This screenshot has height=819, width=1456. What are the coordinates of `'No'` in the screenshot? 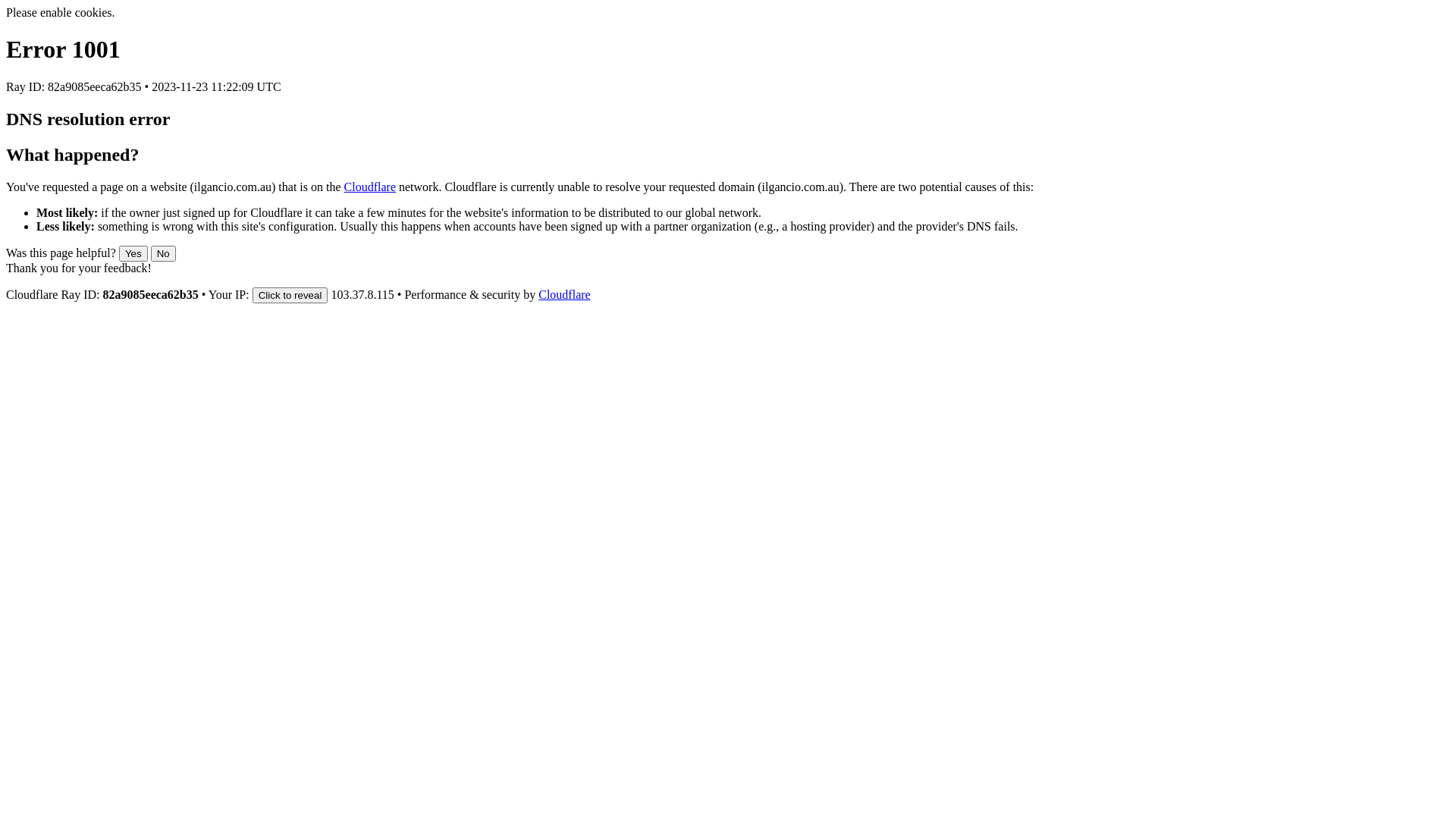 It's located at (150, 253).